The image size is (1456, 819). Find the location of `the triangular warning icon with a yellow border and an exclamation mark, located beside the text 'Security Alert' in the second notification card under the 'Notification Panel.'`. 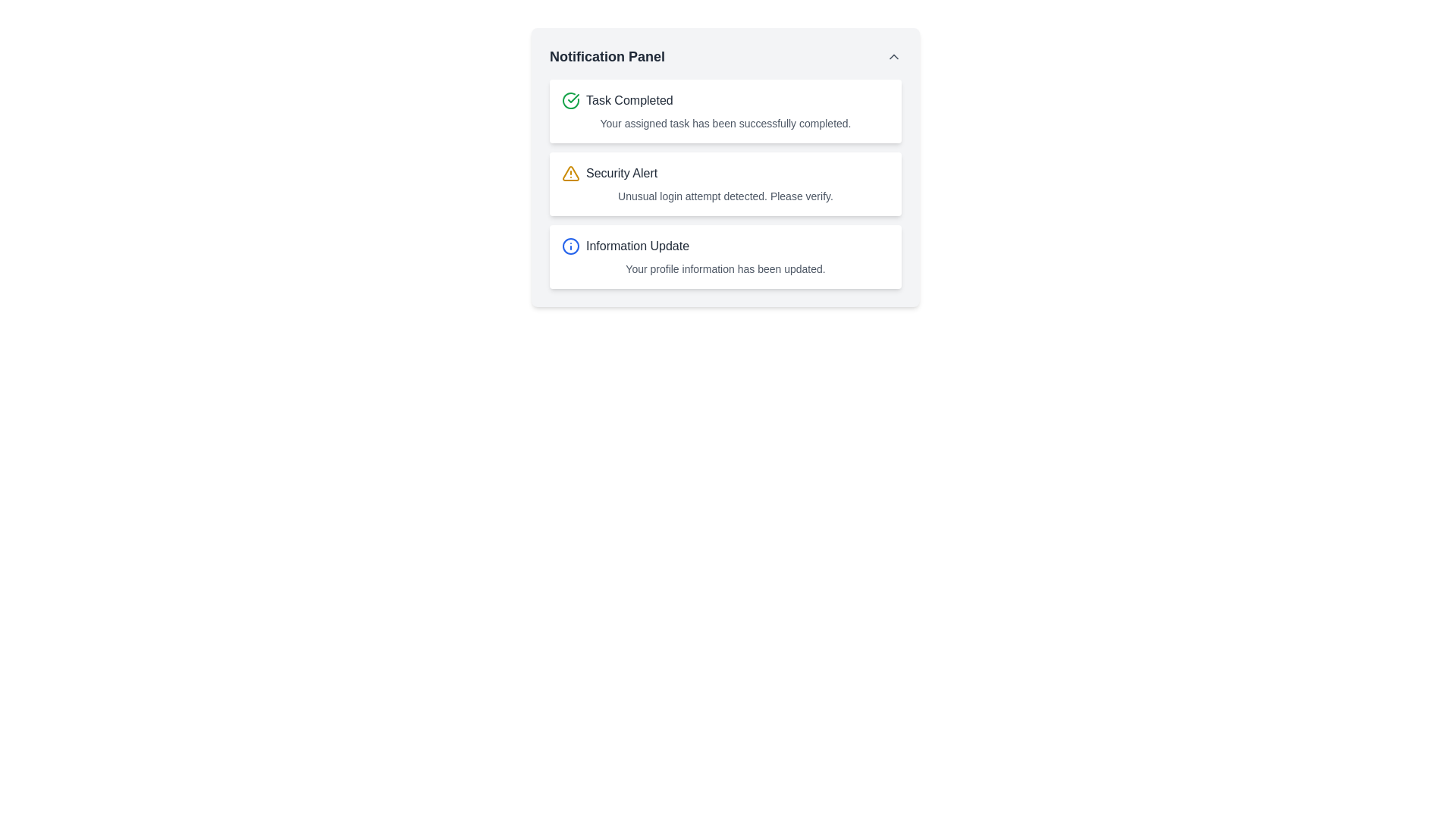

the triangular warning icon with a yellow border and an exclamation mark, located beside the text 'Security Alert' in the second notification card under the 'Notification Panel.' is located at coordinates (570, 172).